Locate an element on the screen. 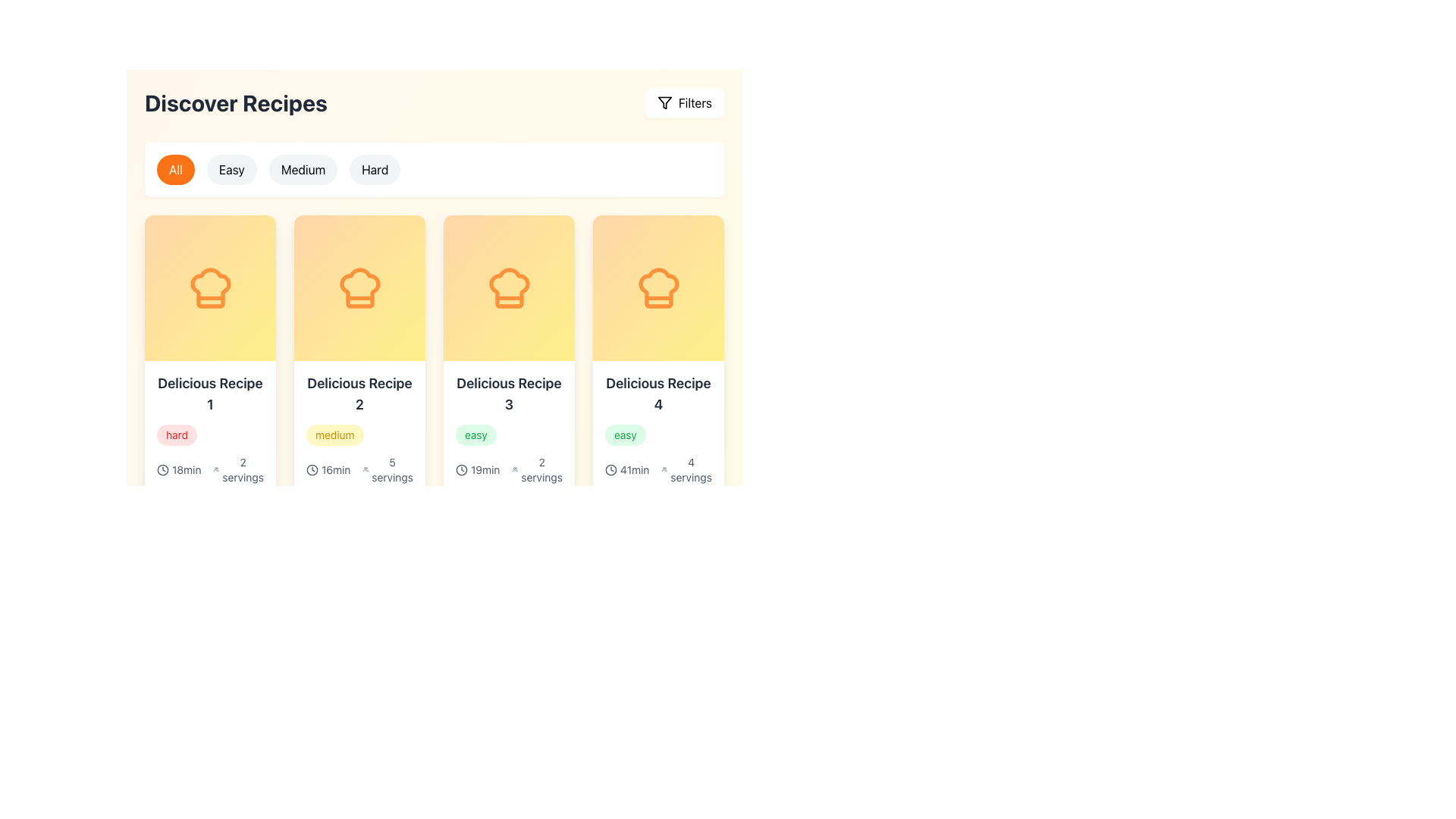  the 'Easy' button, which is the second button in a horizontal group at the top center of the interface, to apply the 'Easy' filter is located at coordinates (231, 169).